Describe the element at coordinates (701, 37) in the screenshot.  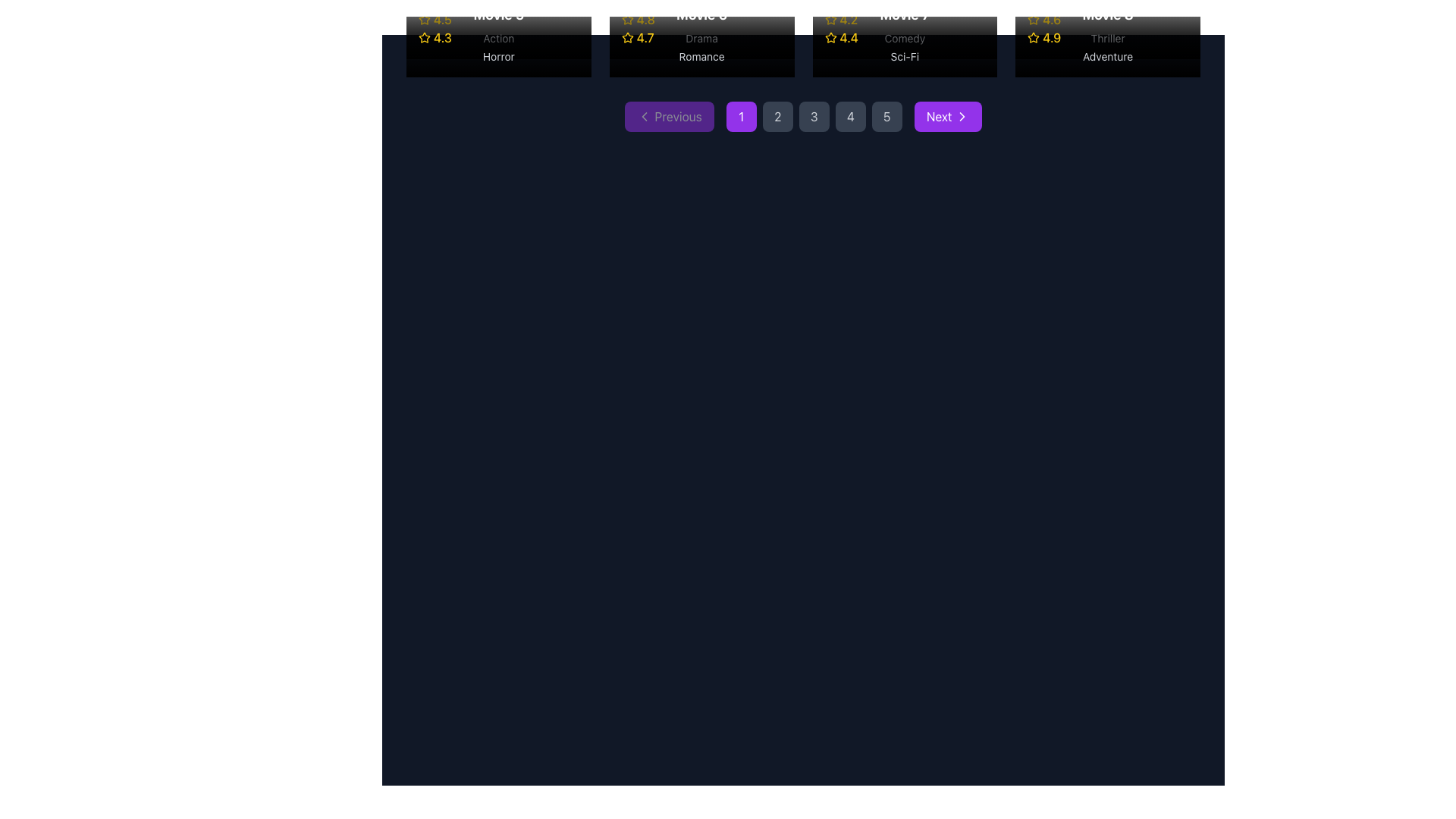
I see `the Rating display component that shows a yellow star icon and the text '4.7' in bold yellow font, positioned below 'Movie 6' and above the genre label 'Romance'` at that location.